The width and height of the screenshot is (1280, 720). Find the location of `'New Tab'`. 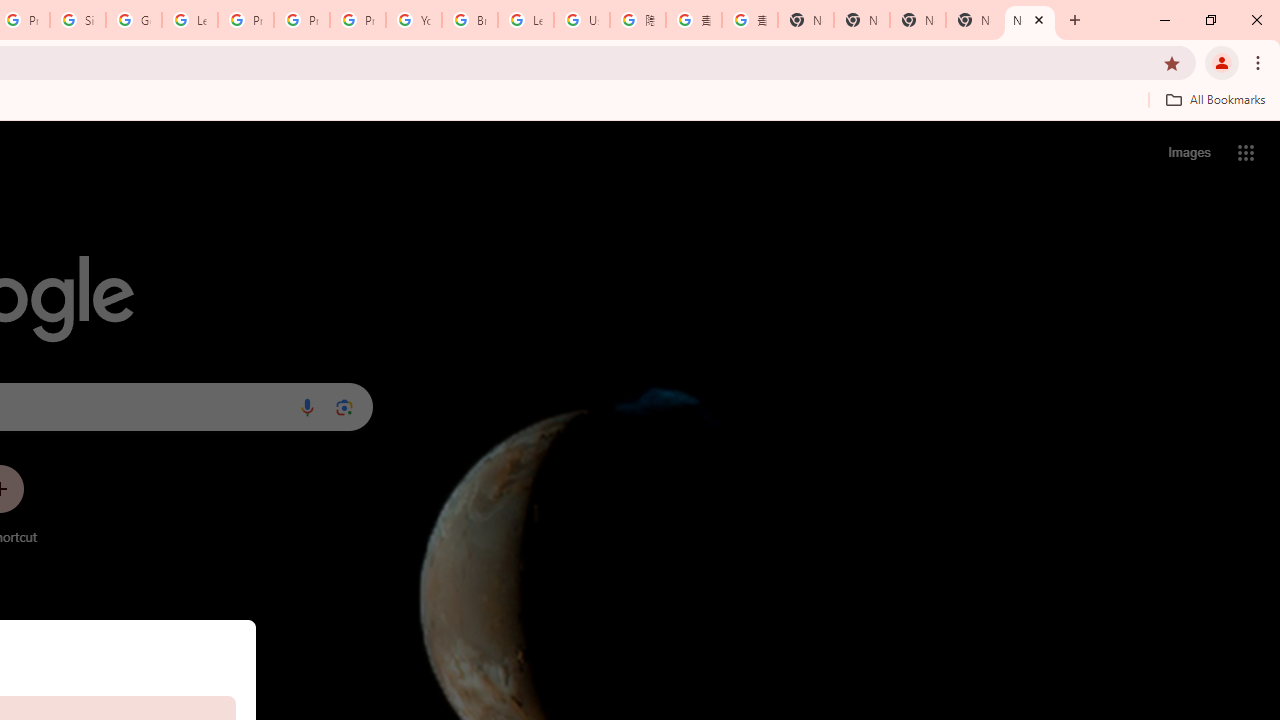

'New Tab' is located at coordinates (1030, 20).